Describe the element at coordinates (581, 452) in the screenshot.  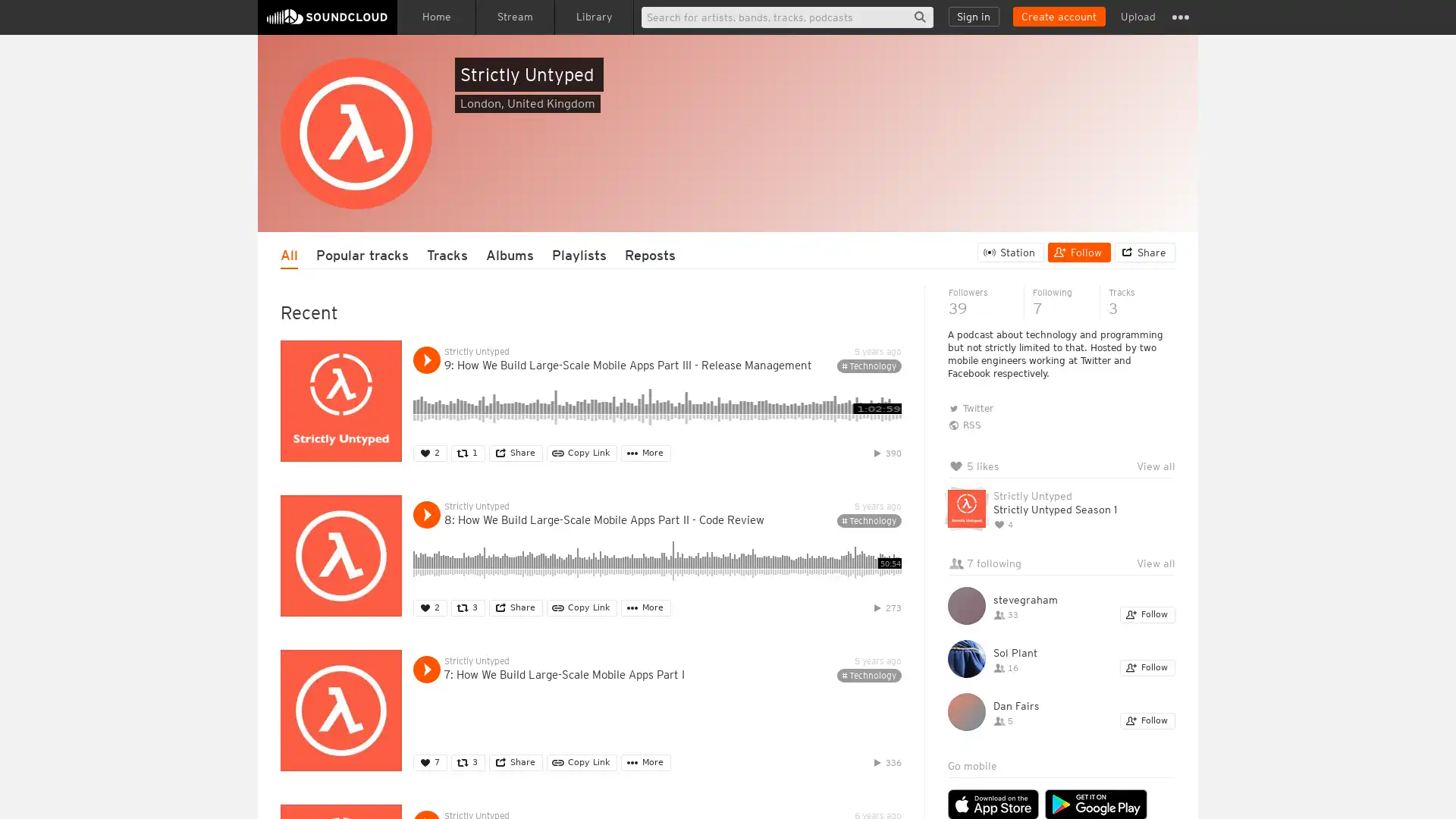
I see `Copy Link` at that location.